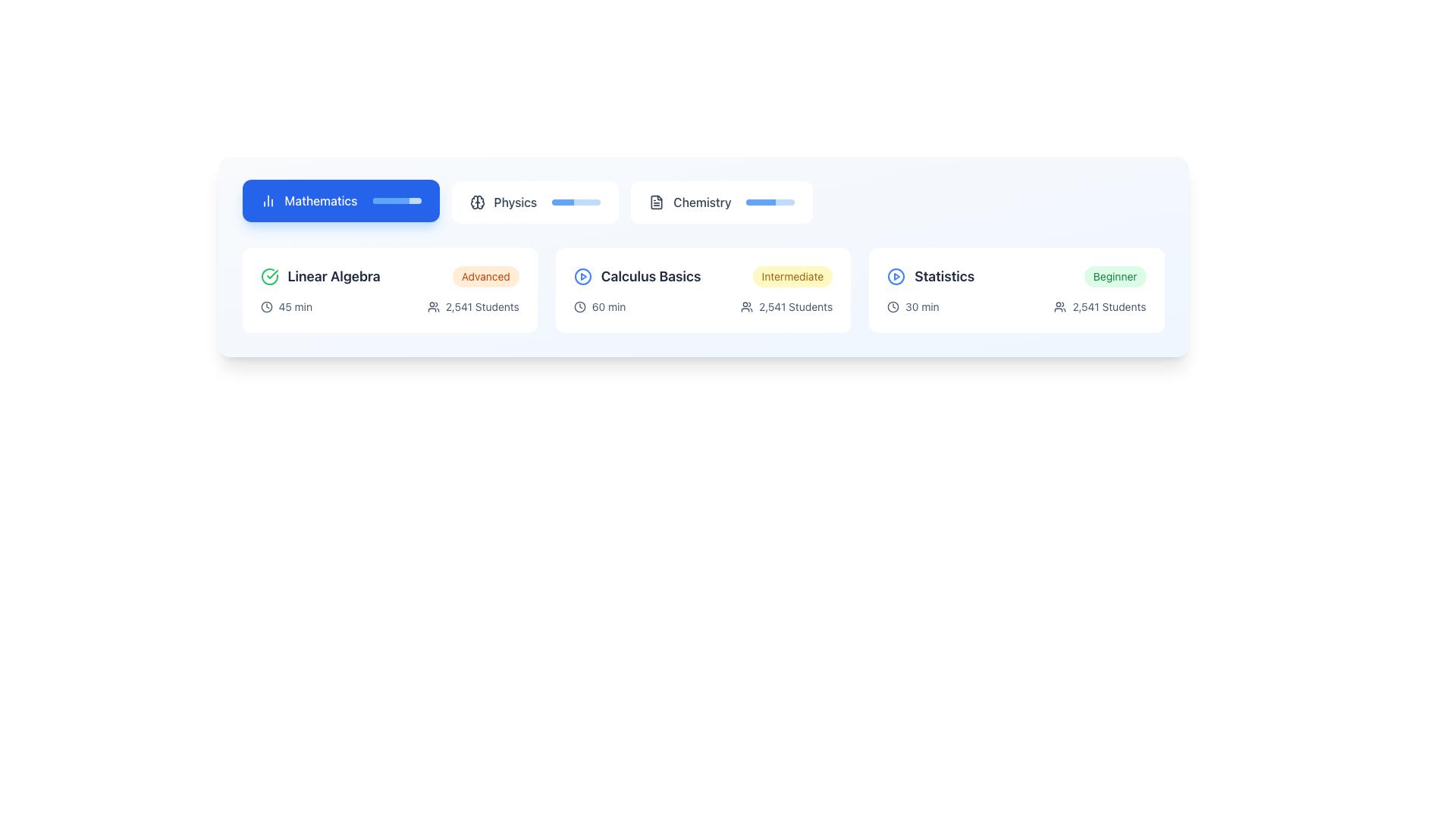 The width and height of the screenshot is (1456, 819). I want to click on the information displayed in the Text Label that indicates the course duration of '30 minutes', located in the 'Statistics' section beneath the title and next to a clock icon, so click(921, 307).